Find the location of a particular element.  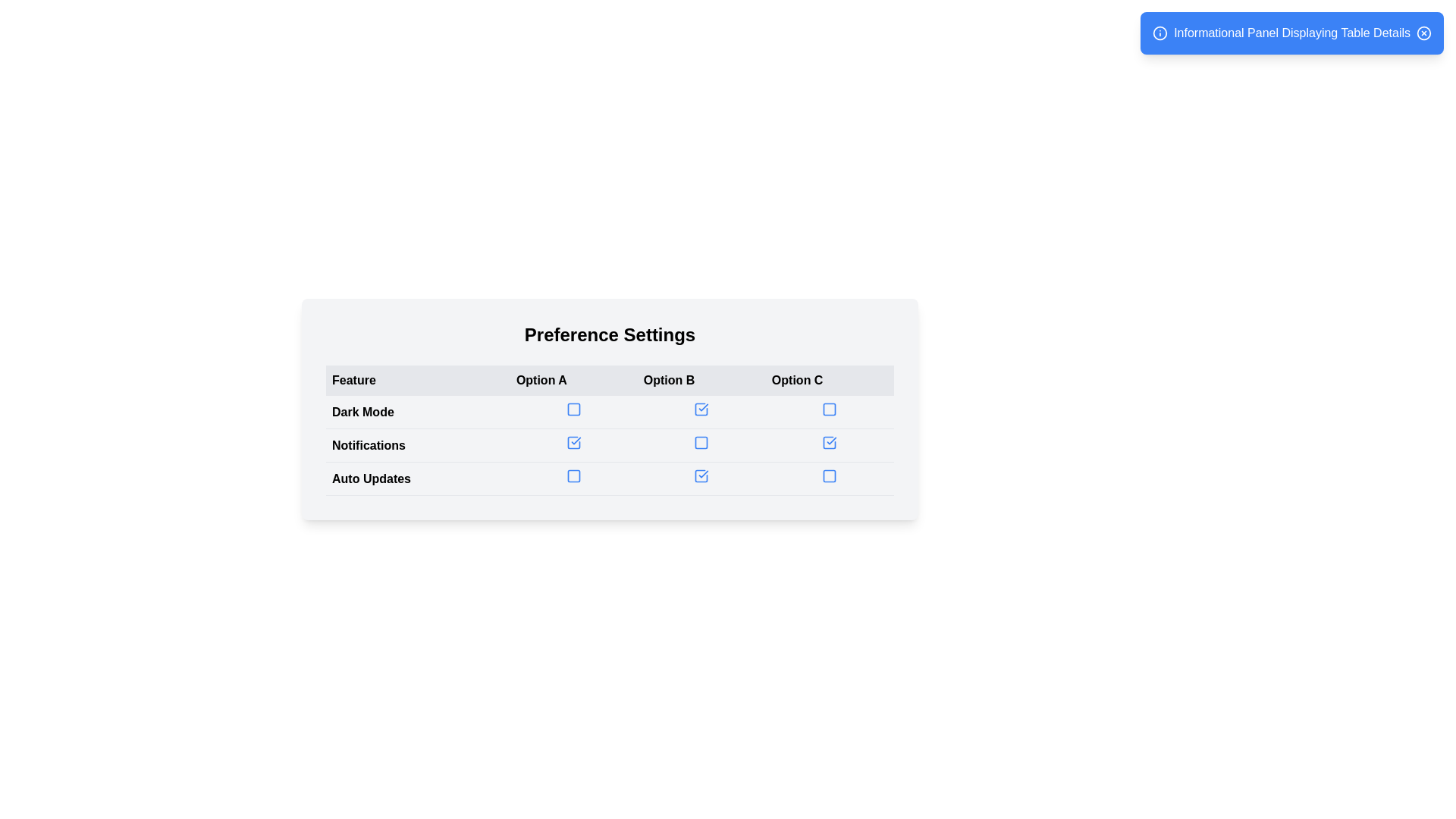

the 'Dark Mode' checkbox input located under 'Option C' is located at coordinates (829, 412).